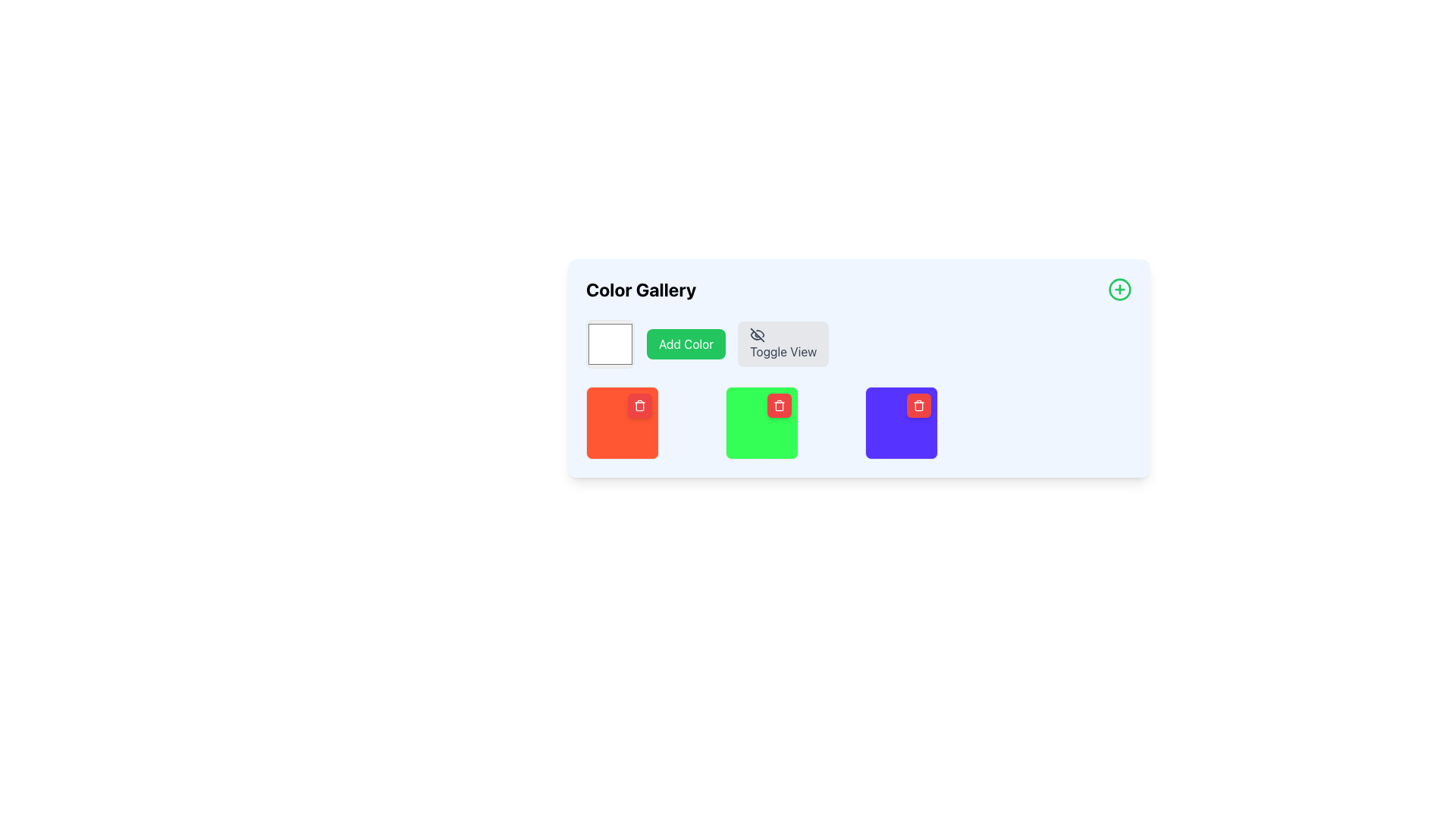 The width and height of the screenshot is (1456, 819). What do you see at coordinates (918, 405) in the screenshot?
I see `the small square button with a red background and white border, located at the upper-right corner of a larger purple square component` at bounding box center [918, 405].